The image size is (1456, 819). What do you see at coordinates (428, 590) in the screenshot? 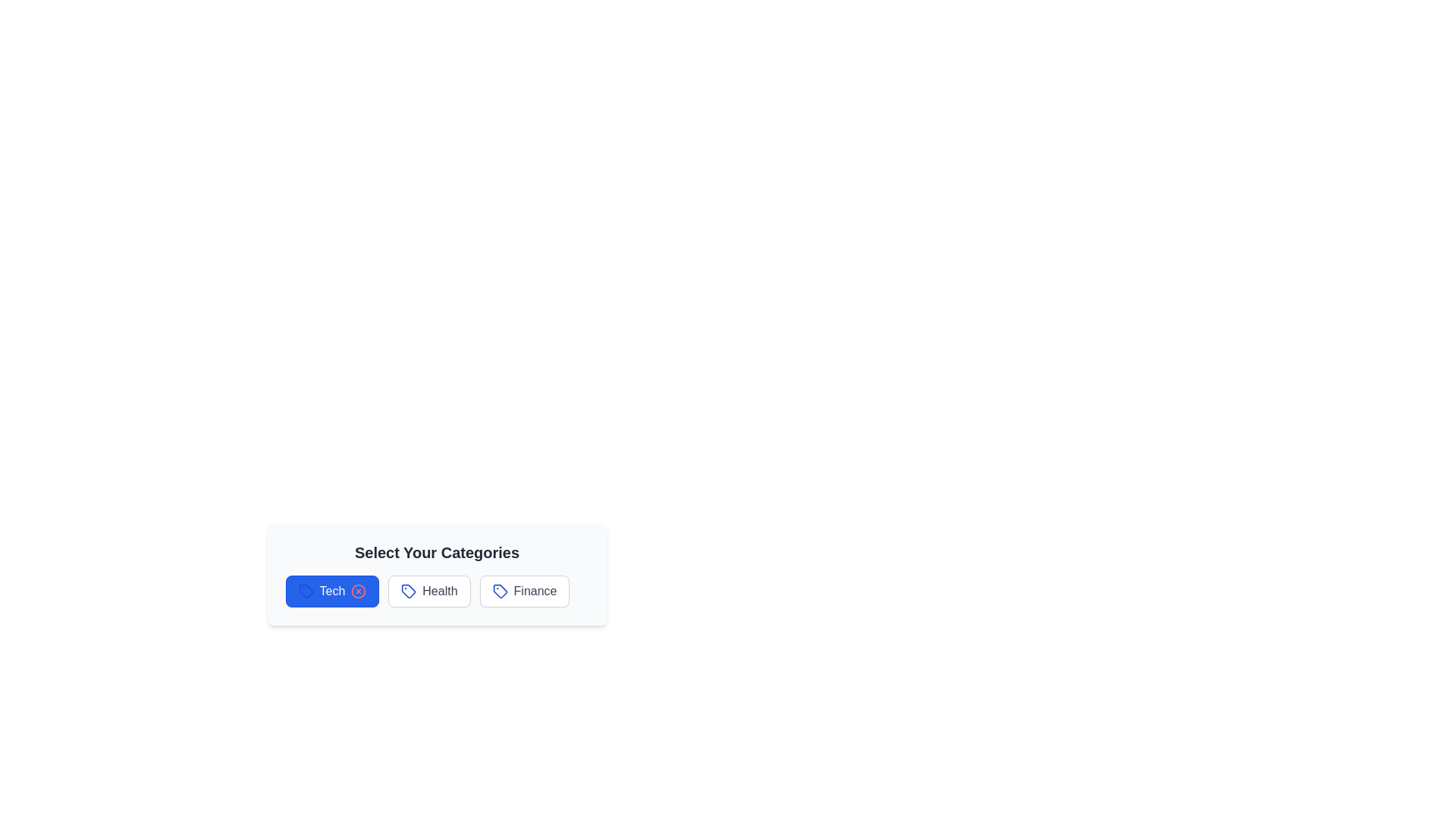
I see `the category Health to visualize its hover effect` at bounding box center [428, 590].